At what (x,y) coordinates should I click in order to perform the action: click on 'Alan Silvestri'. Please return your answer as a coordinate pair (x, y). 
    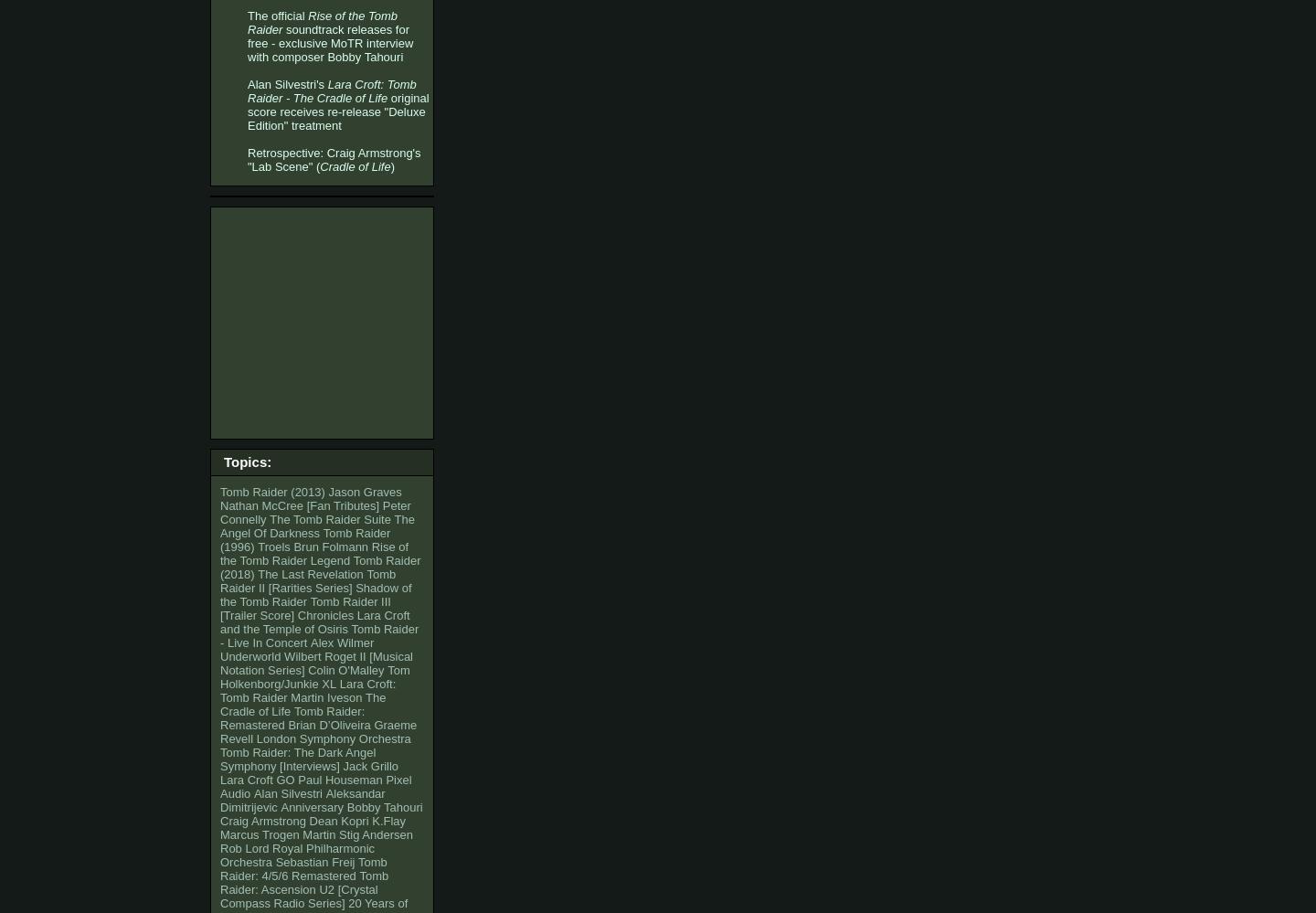
    Looking at the image, I should click on (288, 792).